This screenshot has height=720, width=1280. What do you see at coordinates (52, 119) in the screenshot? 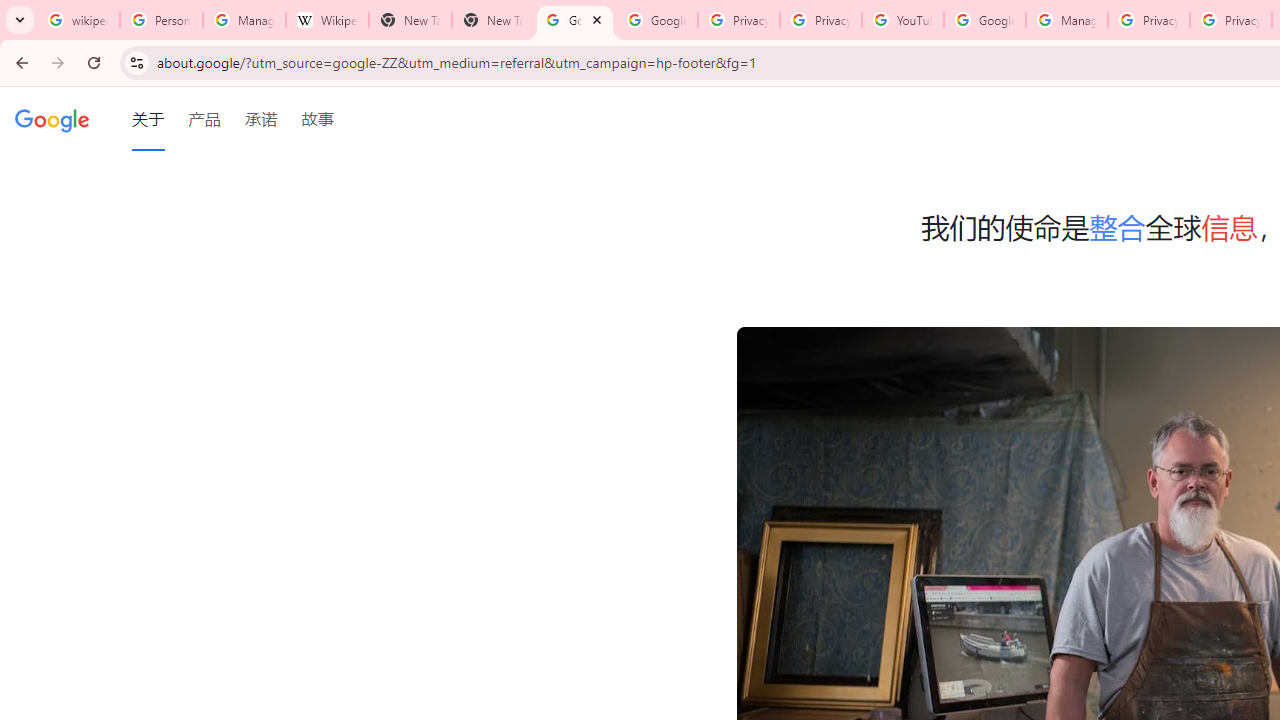
I see `'Google'` at bounding box center [52, 119].